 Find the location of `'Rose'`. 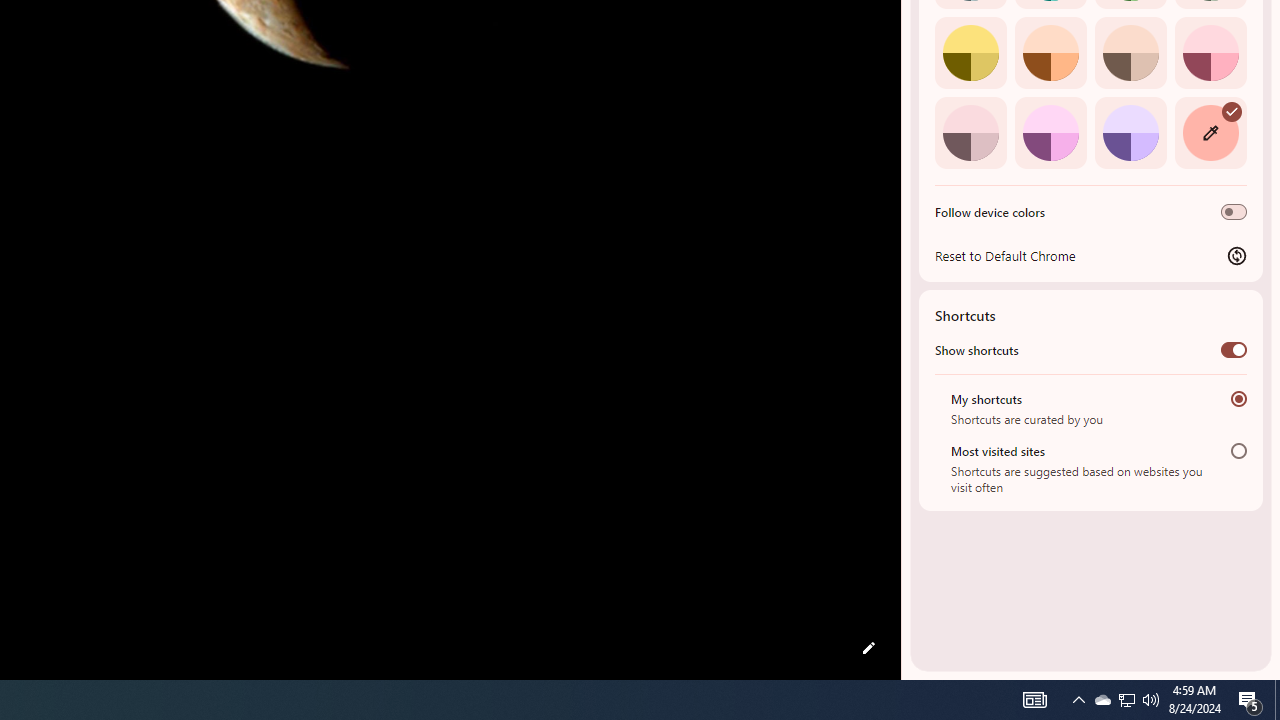

'Rose' is located at coordinates (1209, 51).